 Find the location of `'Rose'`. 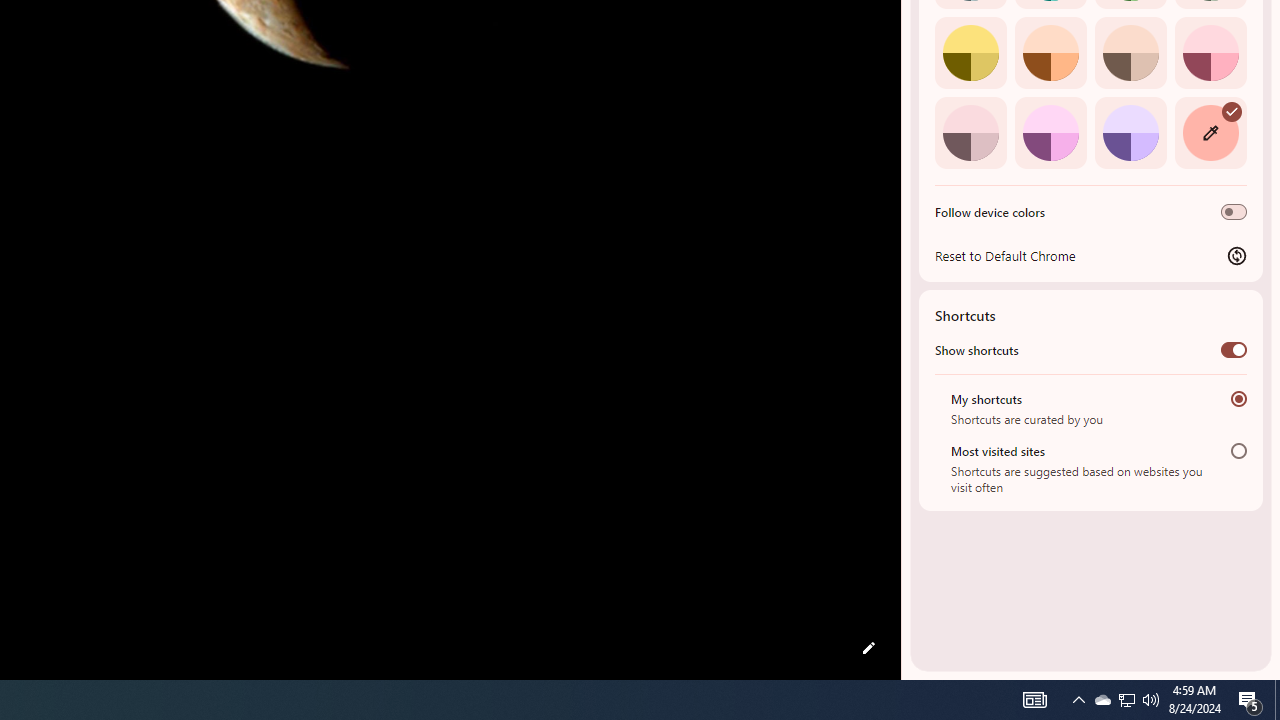

'Rose' is located at coordinates (1209, 51).